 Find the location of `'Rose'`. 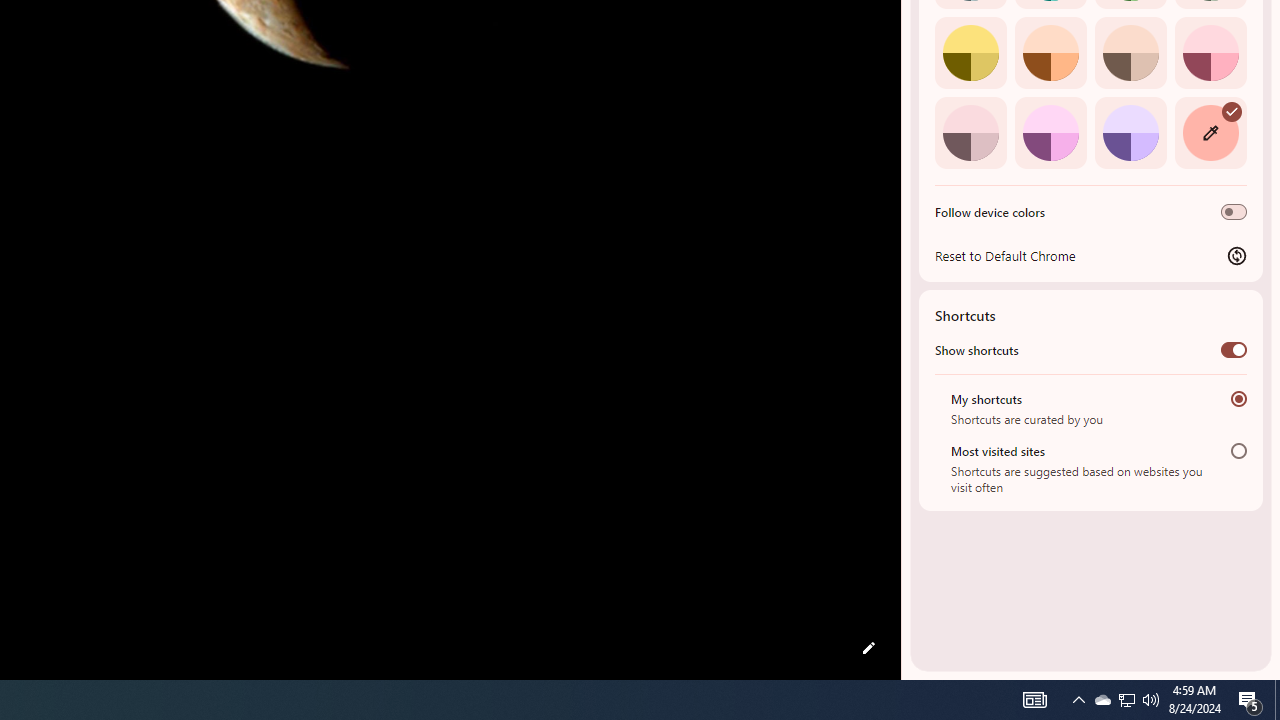

'Rose' is located at coordinates (1209, 51).